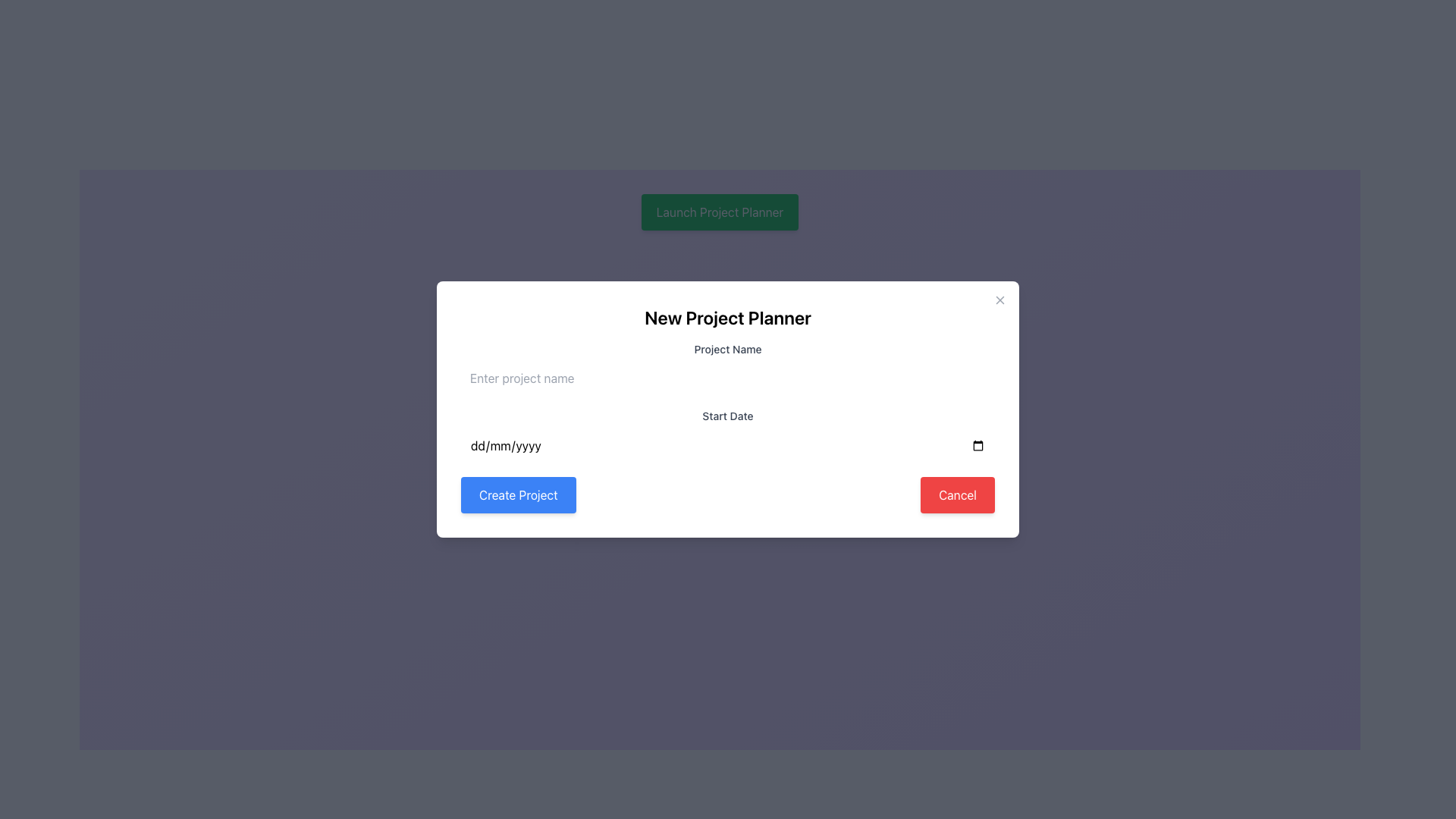 The width and height of the screenshot is (1456, 819). Describe the element at coordinates (518, 494) in the screenshot. I see `the submit button in the bottom-left corner of the 'New Project Planner' modal to change its color` at that location.